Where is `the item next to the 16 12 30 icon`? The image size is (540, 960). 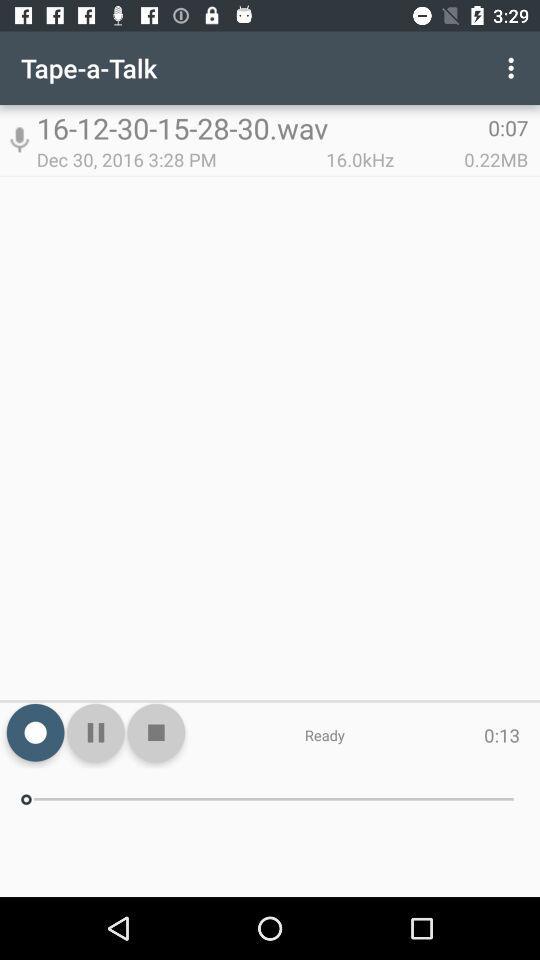 the item next to the 16 12 30 icon is located at coordinates (513, 68).